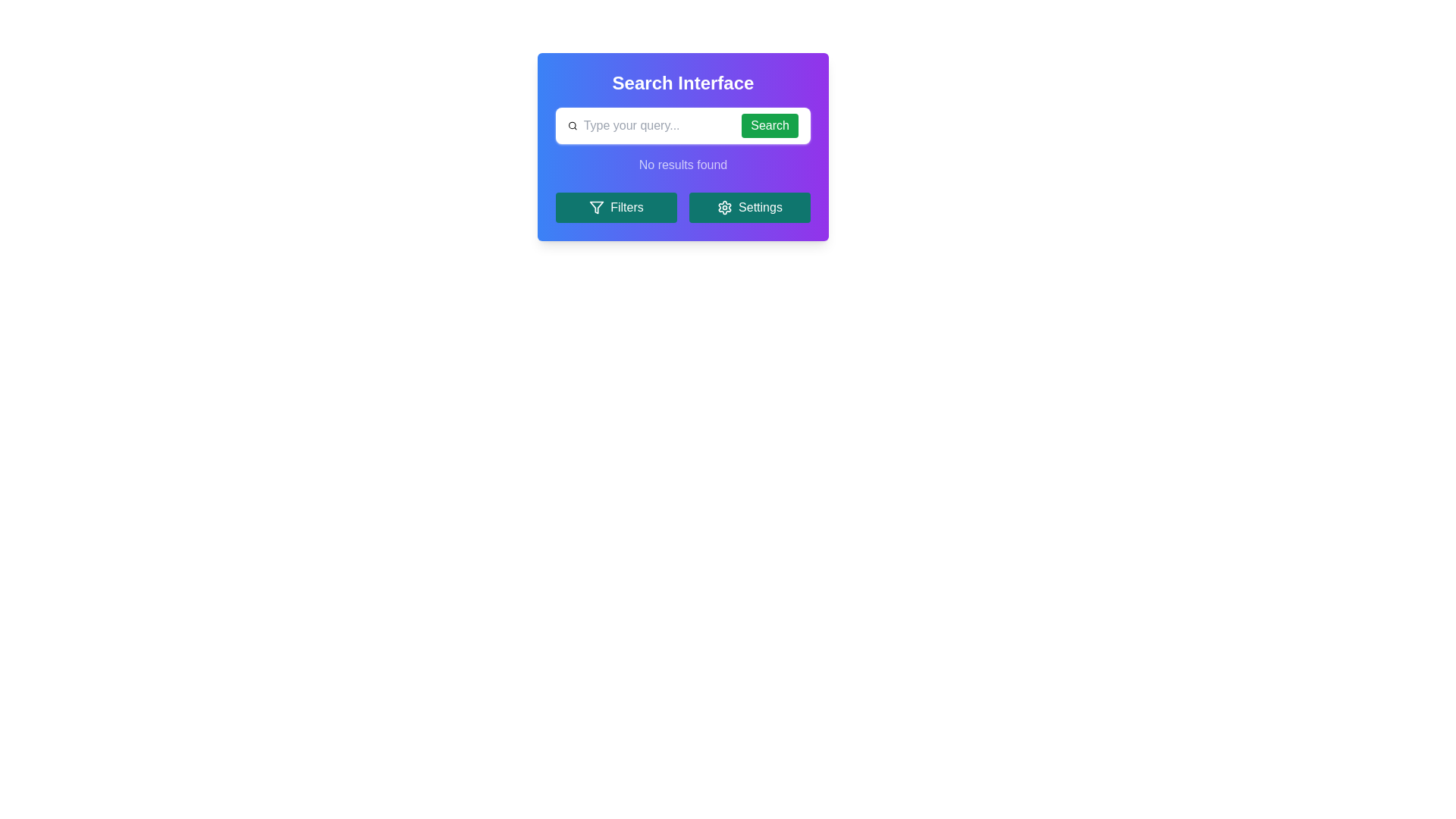 The width and height of the screenshot is (1456, 819). What do you see at coordinates (724, 207) in the screenshot?
I see `the settings icon located within the teal-green rectangle at the bottom-right of the card-like interface` at bounding box center [724, 207].